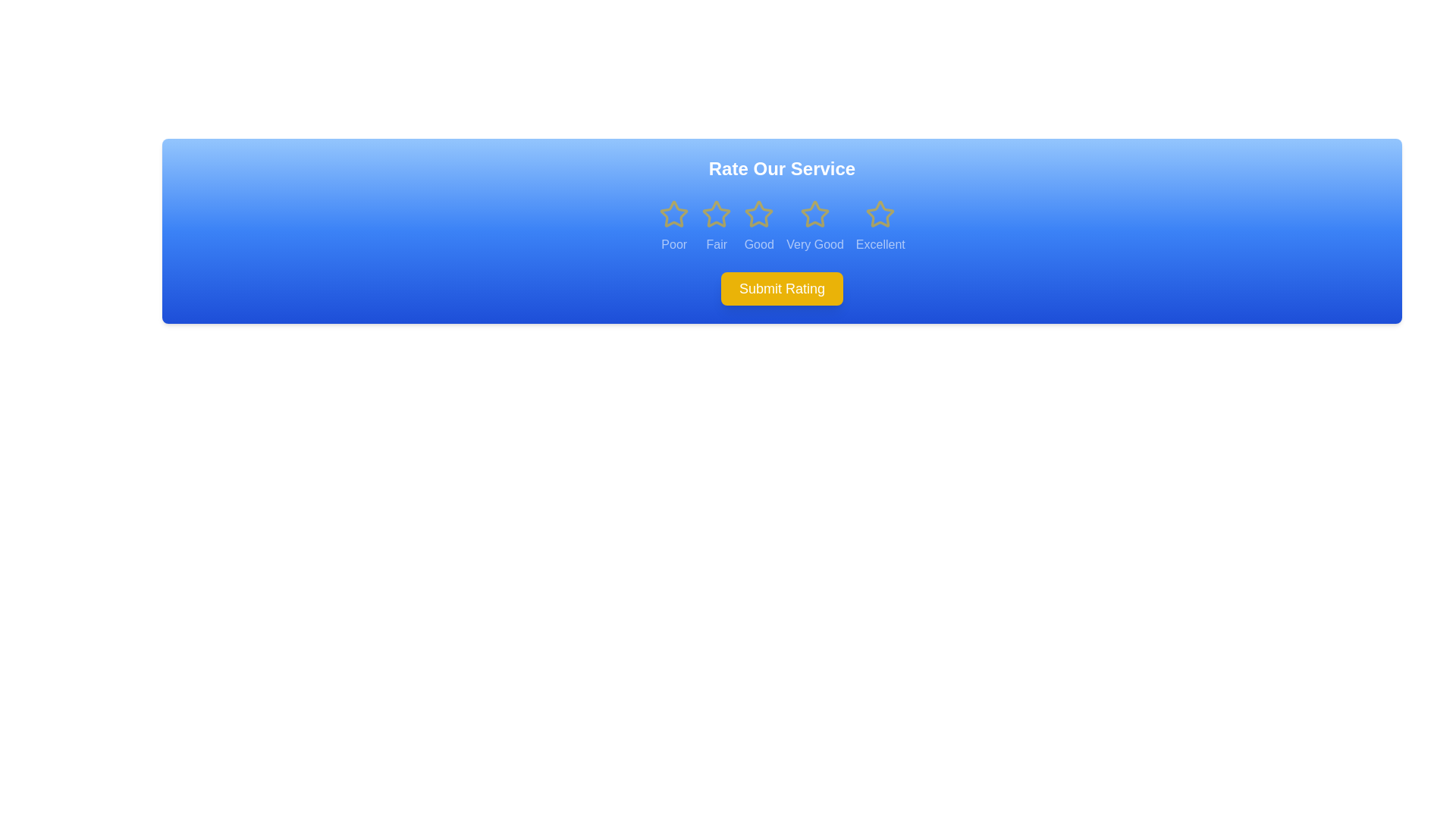  What do you see at coordinates (782, 289) in the screenshot?
I see `the 'Submit Rating' button, which has a yellow background and white text, located below the rating stars in a blue gradient section` at bounding box center [782, 289].